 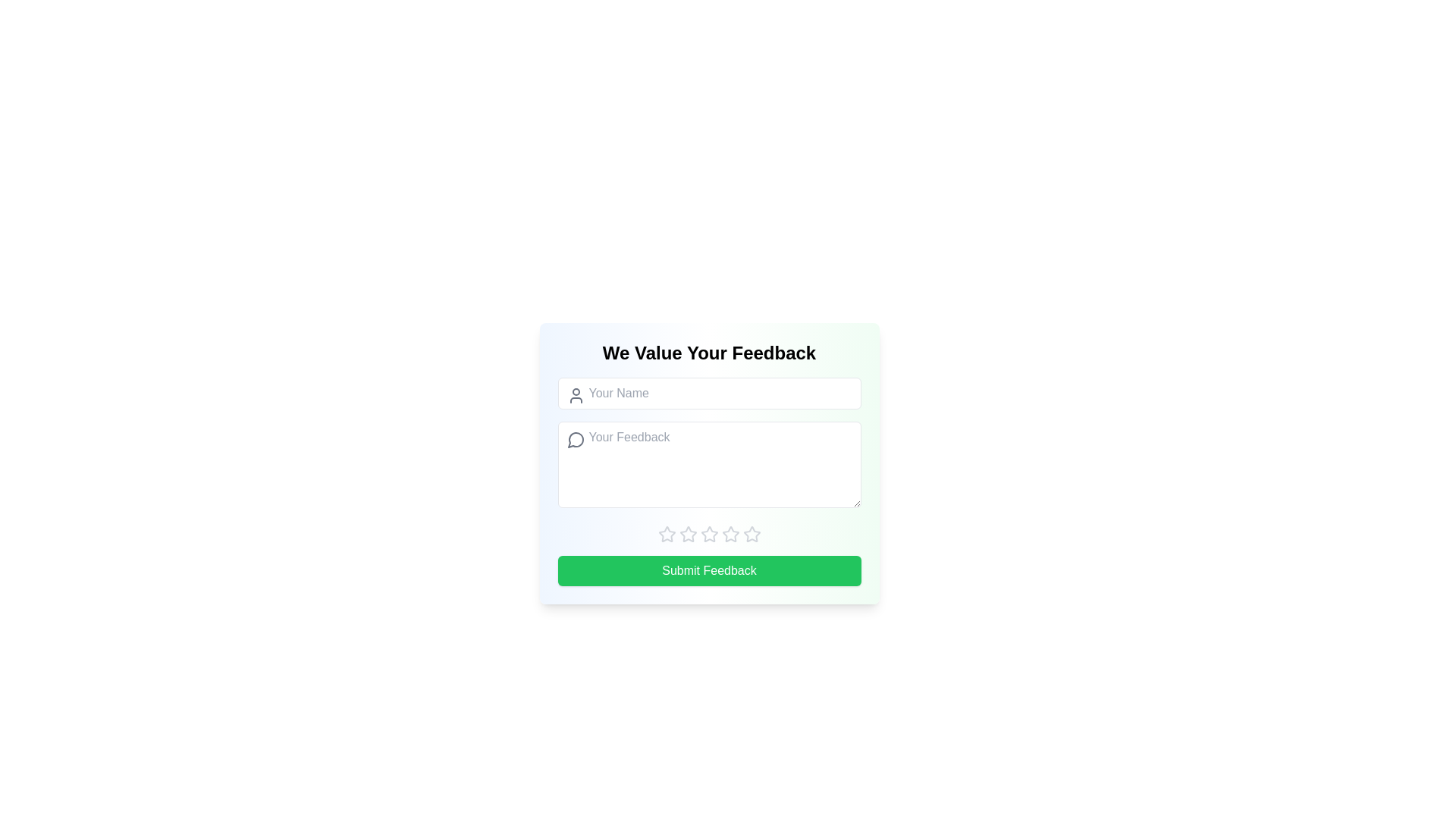 What do you see at coordinates (730, 534) in the screenshot?
I see `the fifth unfilled star icon in the rating system` at bounding box center [730, 534].